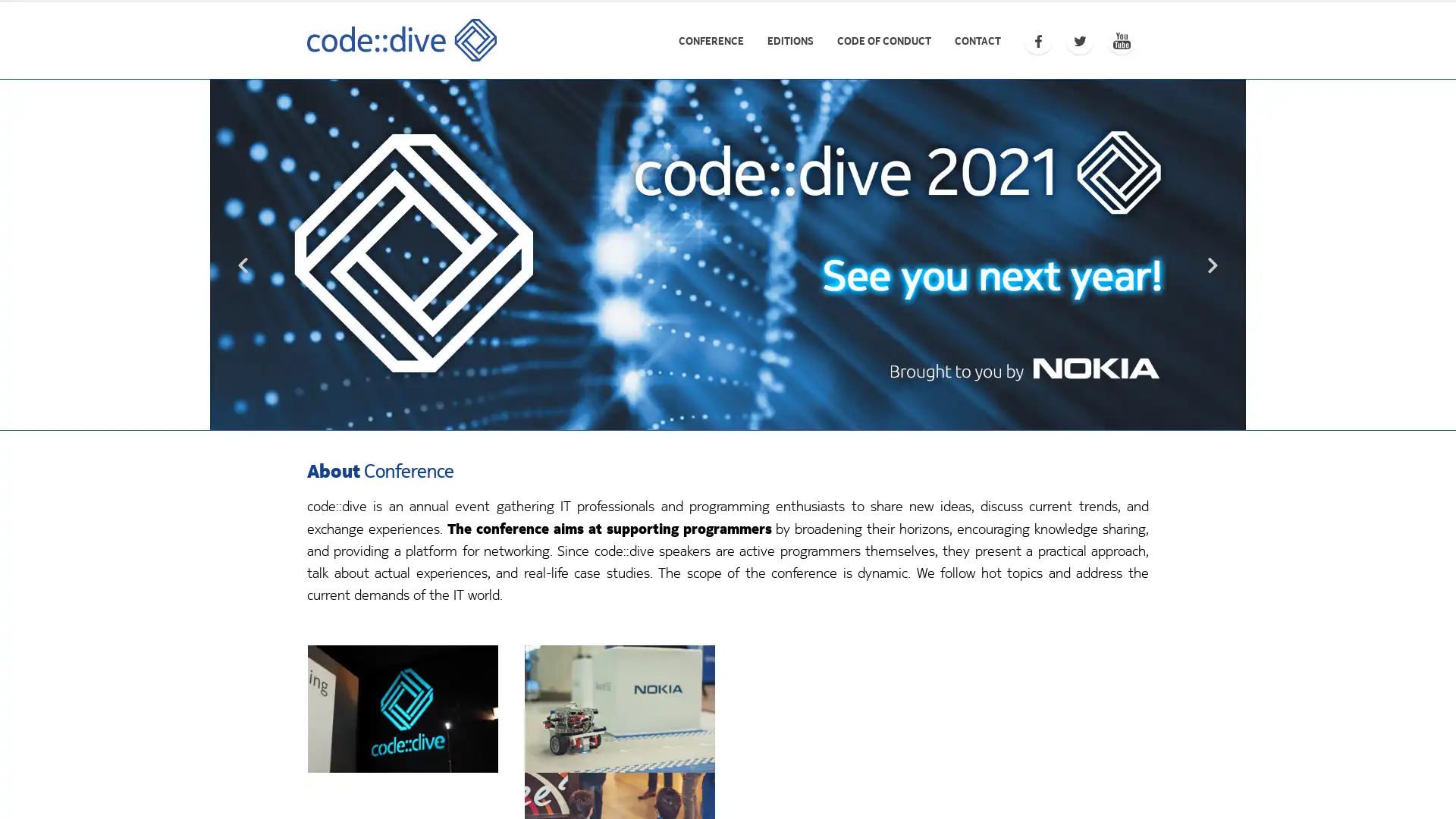 The width and height of the screenshot is (1456, 819). What do you see at coordinates (728, 414) in the screenshot?
I see `1` at bounding box center [728, 414].